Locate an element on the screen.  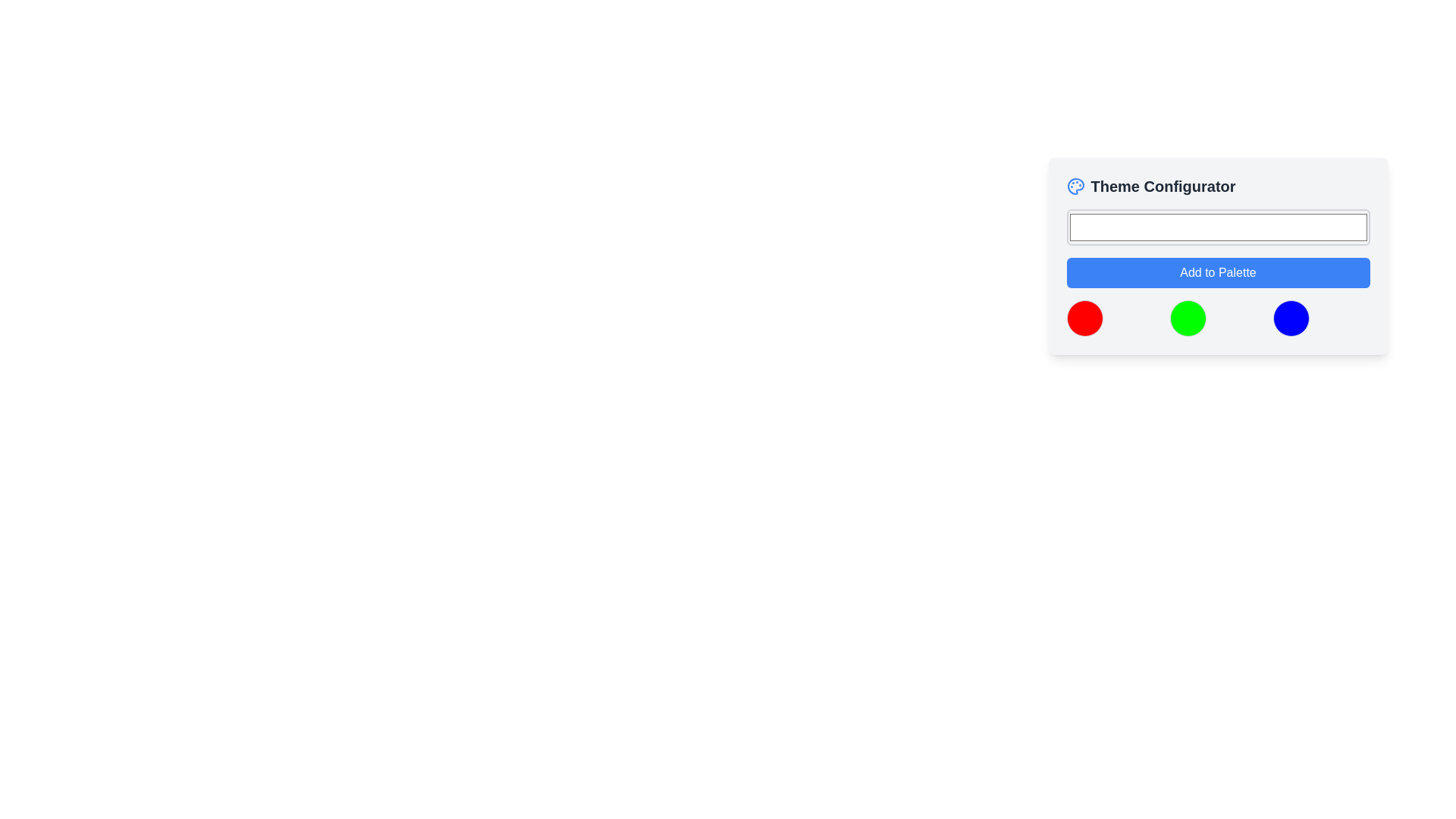
the painter's palette icon with a blue outline and paint circles, located to the left of the 'Theme Configurator' text is located at coordinates (1075, 186).